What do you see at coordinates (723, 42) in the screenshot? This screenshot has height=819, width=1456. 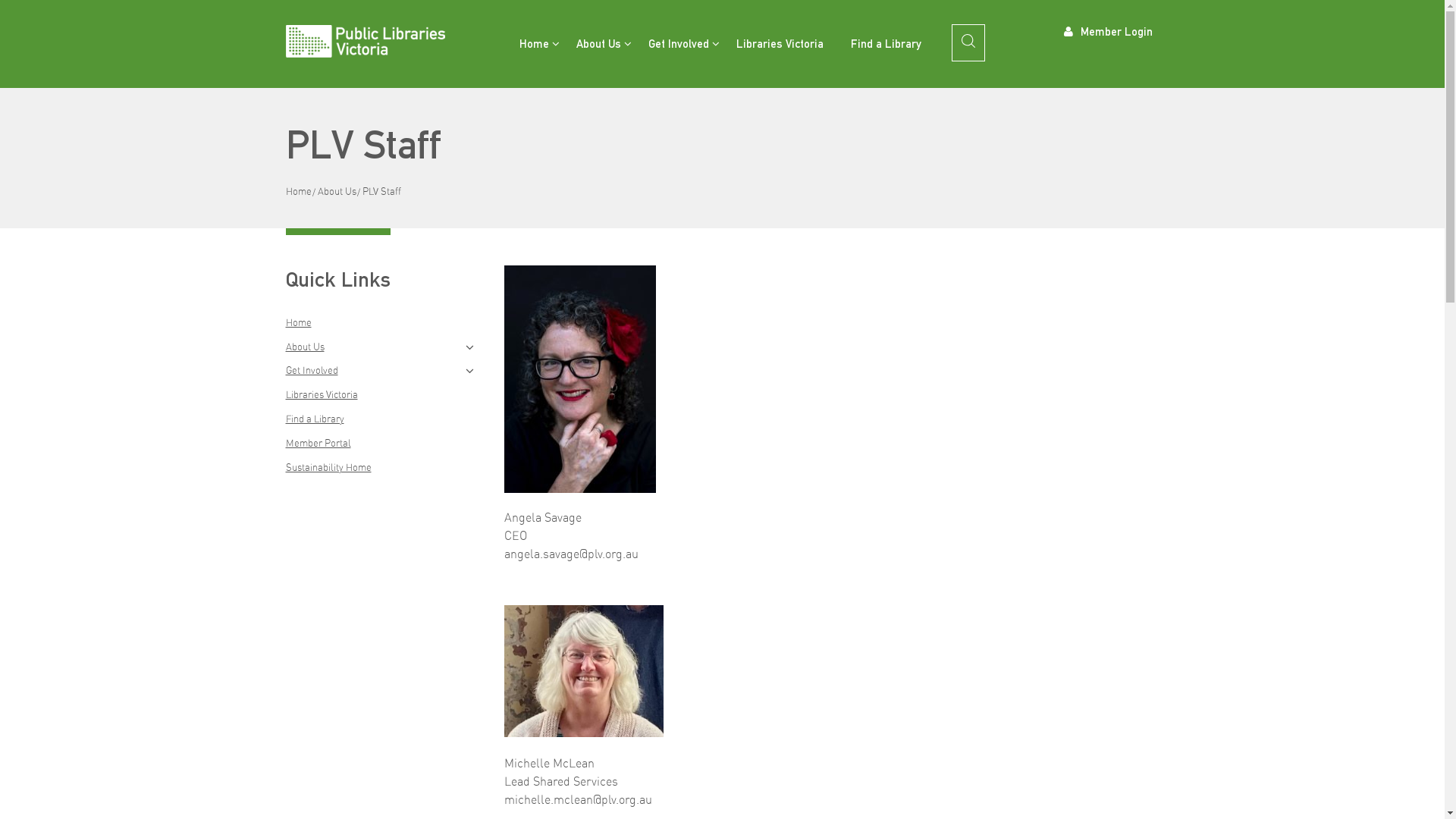 I see `'Libraries Victoria'` at bounding box center [723, 42].